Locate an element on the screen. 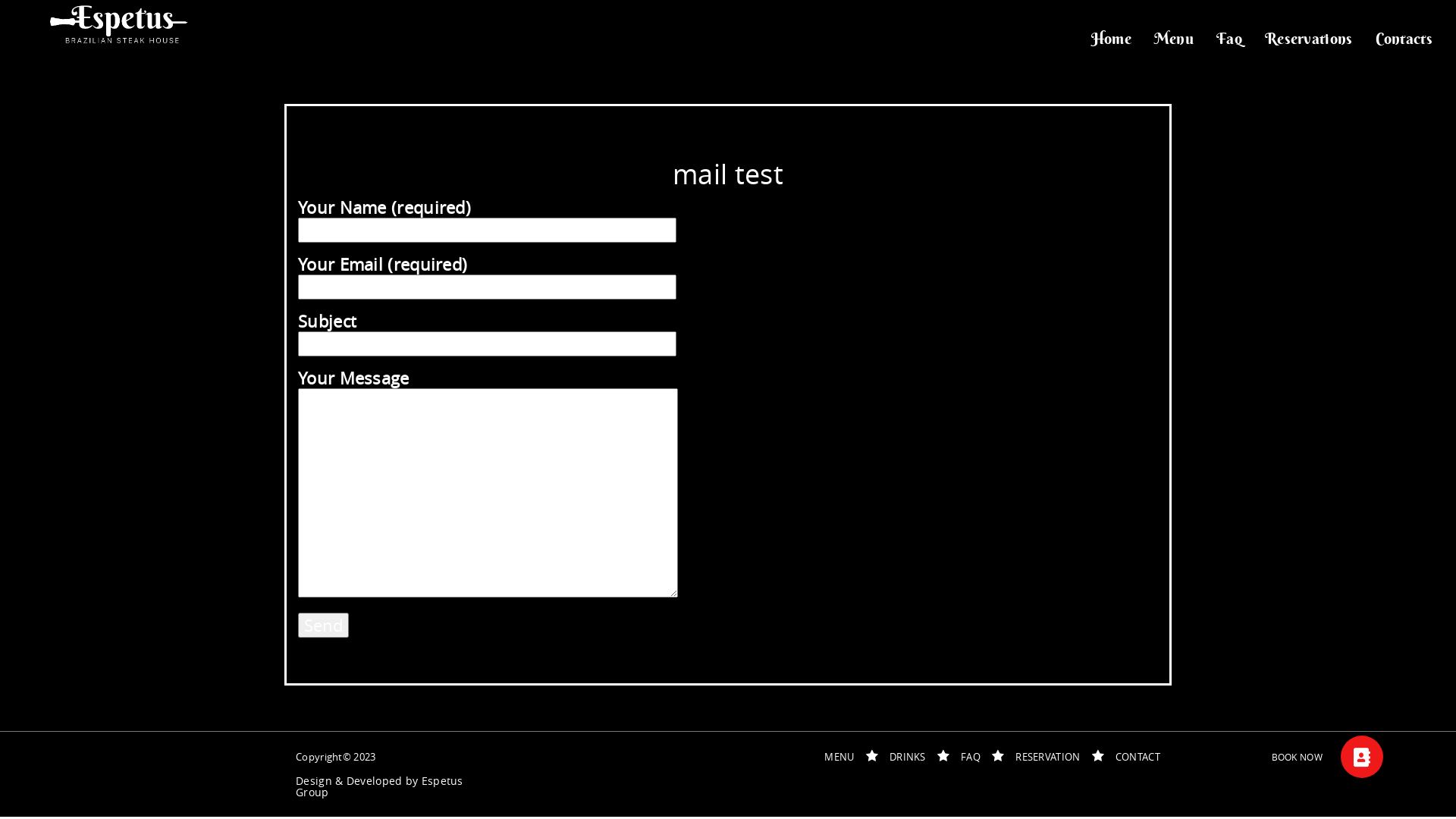 This screenshot has height=819, width=1456. 'Menu' is located at coordinates (1173, 37).